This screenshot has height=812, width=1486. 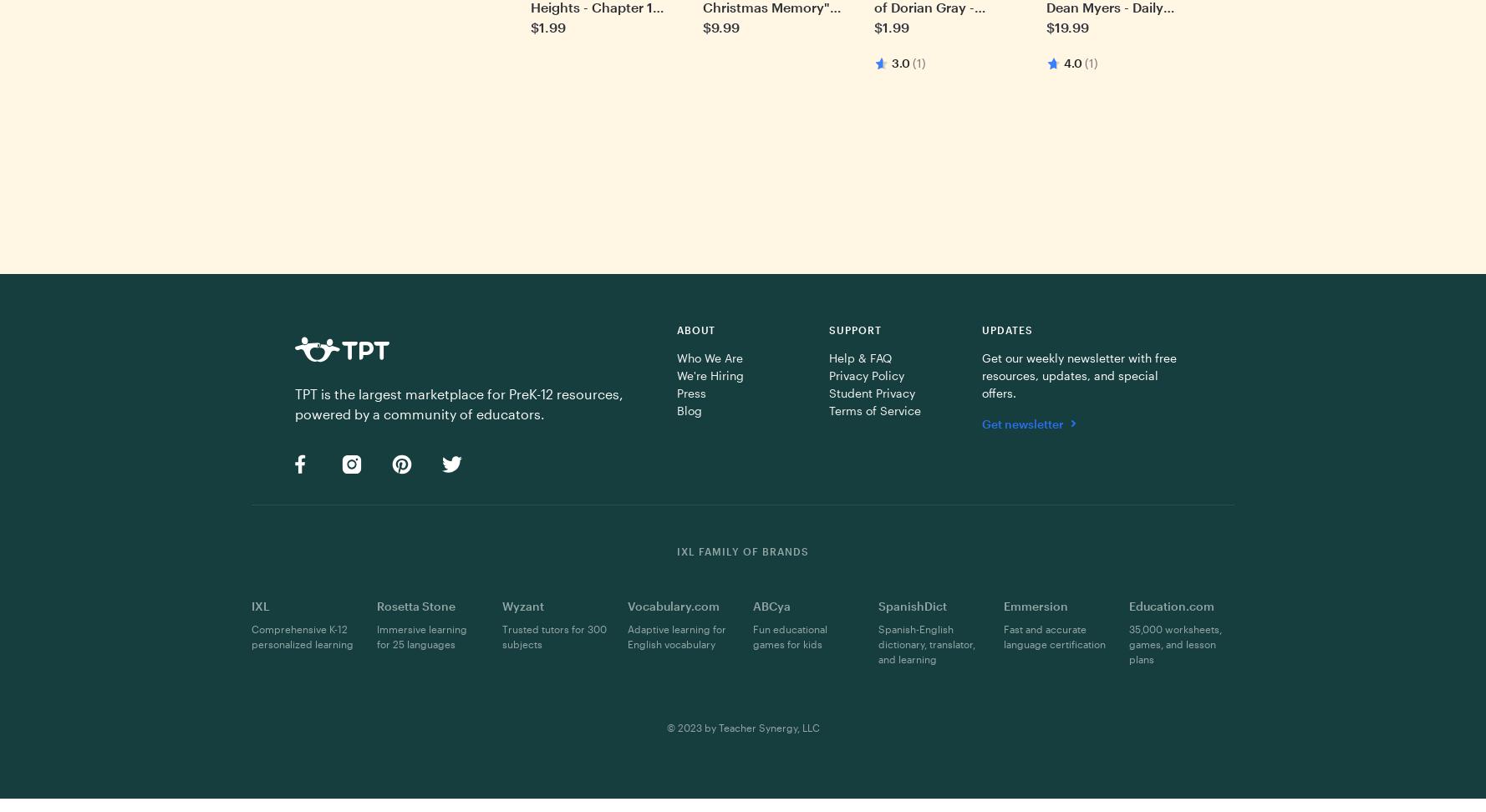 I want to click on 'Get newsletter', so click(x=1021, y=423).